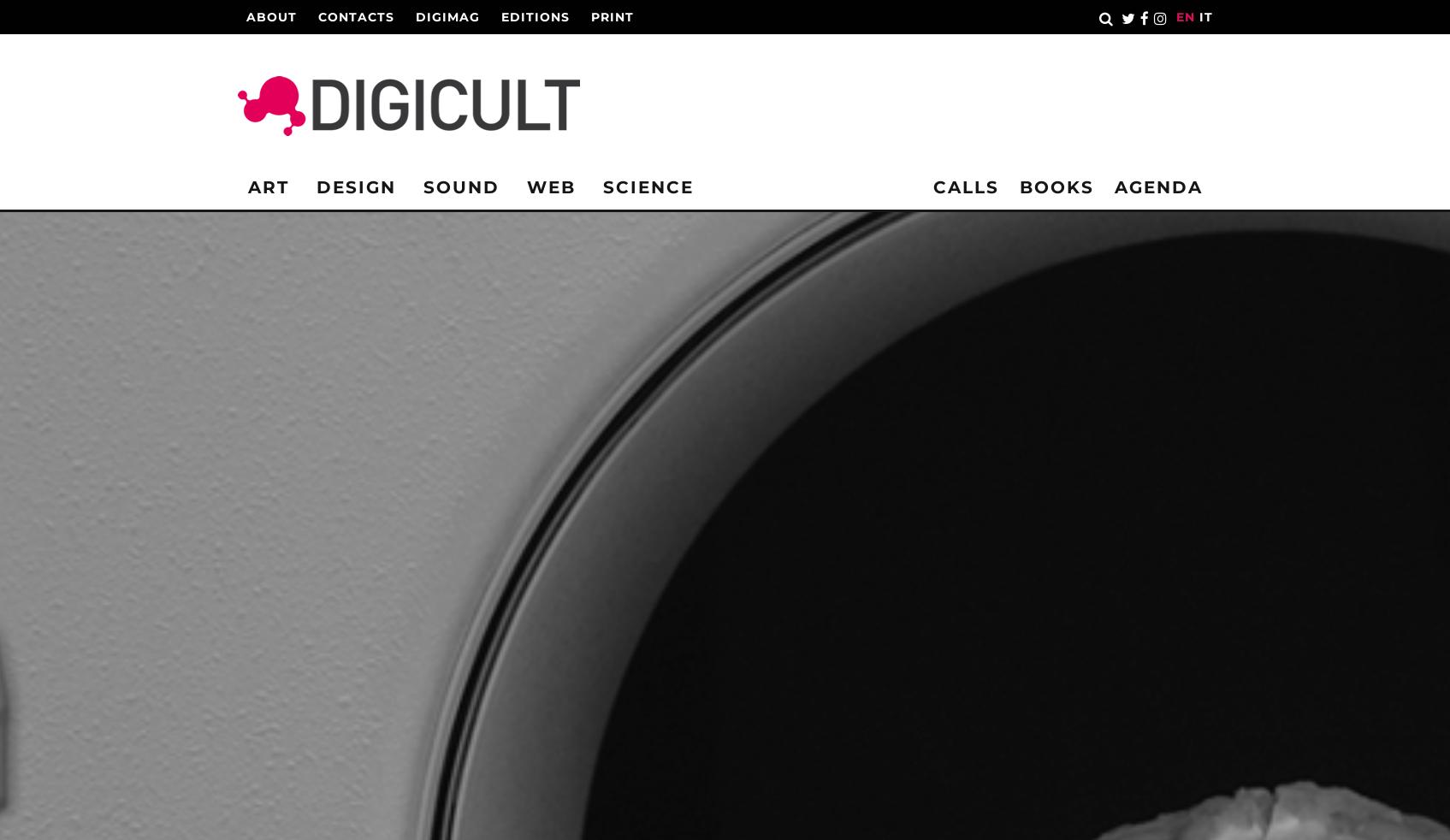 The image size is (1450, 840). I want to click on 'Digimag', so click(447, 16).